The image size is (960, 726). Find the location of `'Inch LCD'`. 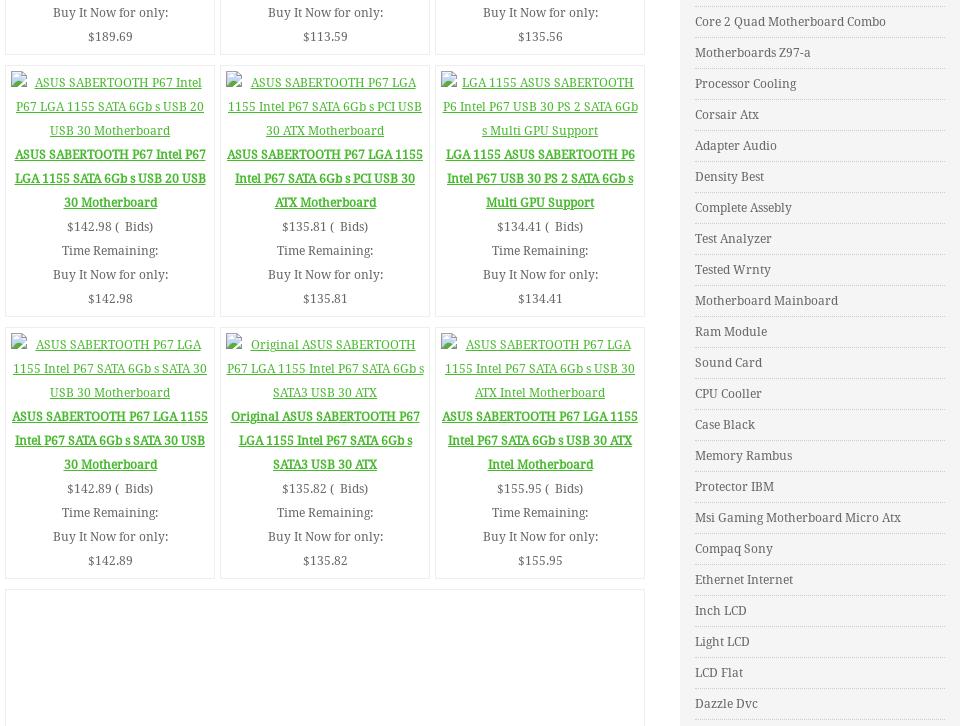

'Inch LCD' is located at coordinates (720, 610).